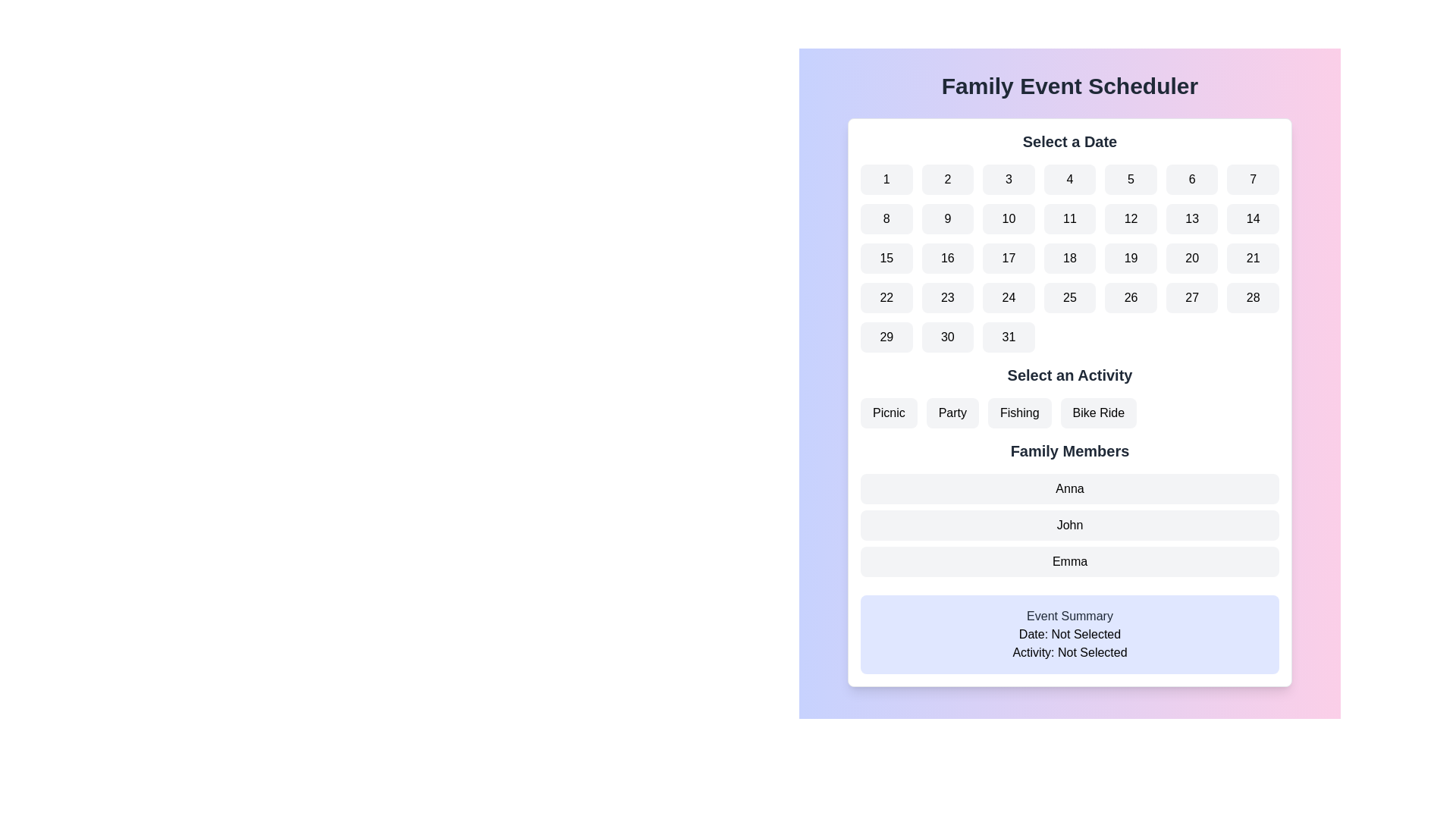 Image resolution: width=1456 pixels, height=819 pixels. I want to click on the selectable date button located in the third row and sixth column of the calendar interface, so click(1191, 257).